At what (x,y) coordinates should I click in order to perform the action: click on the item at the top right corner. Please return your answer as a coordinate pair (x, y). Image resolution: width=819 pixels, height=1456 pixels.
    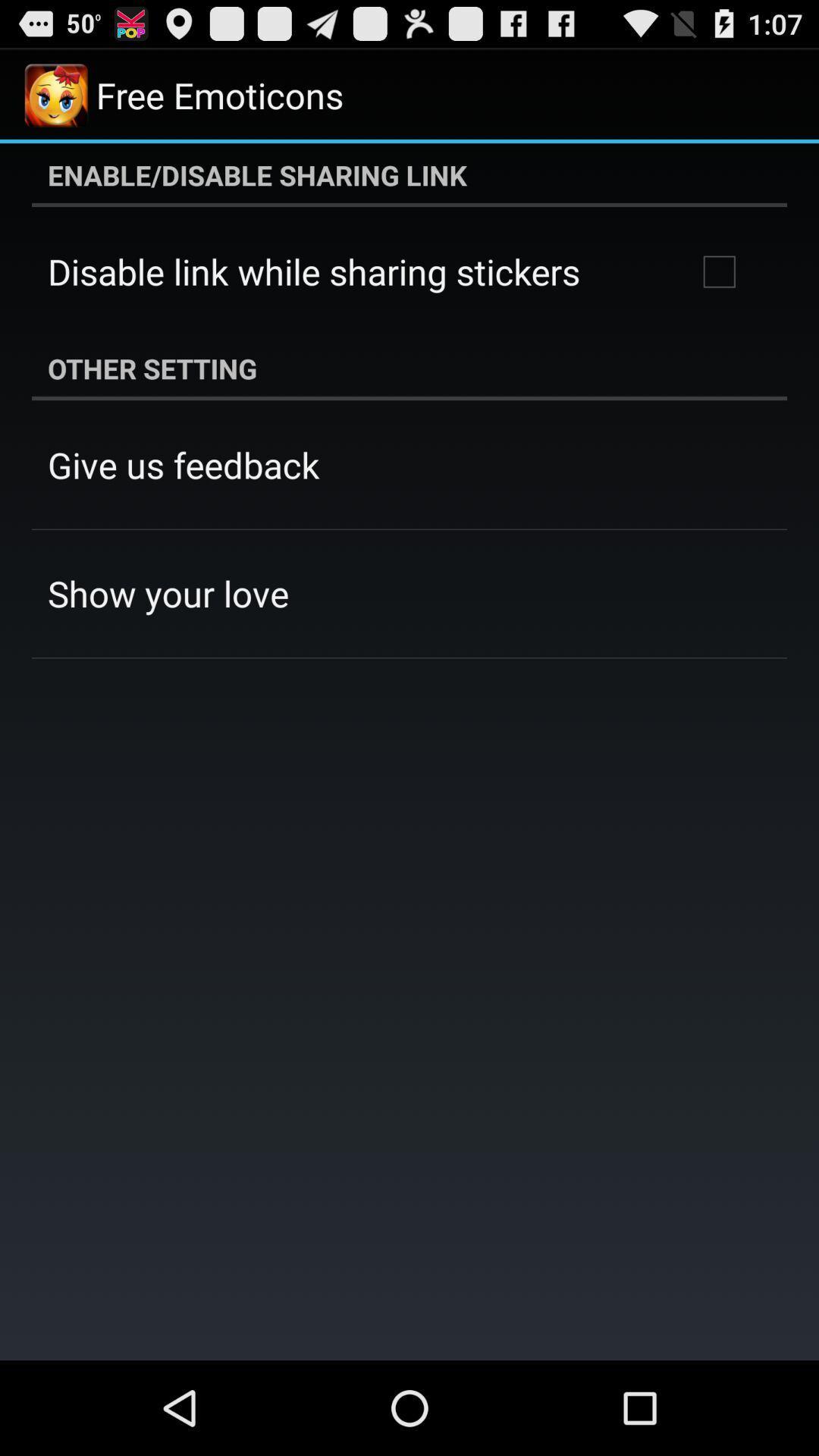
    Looking at the image, I should click on (718, 271).